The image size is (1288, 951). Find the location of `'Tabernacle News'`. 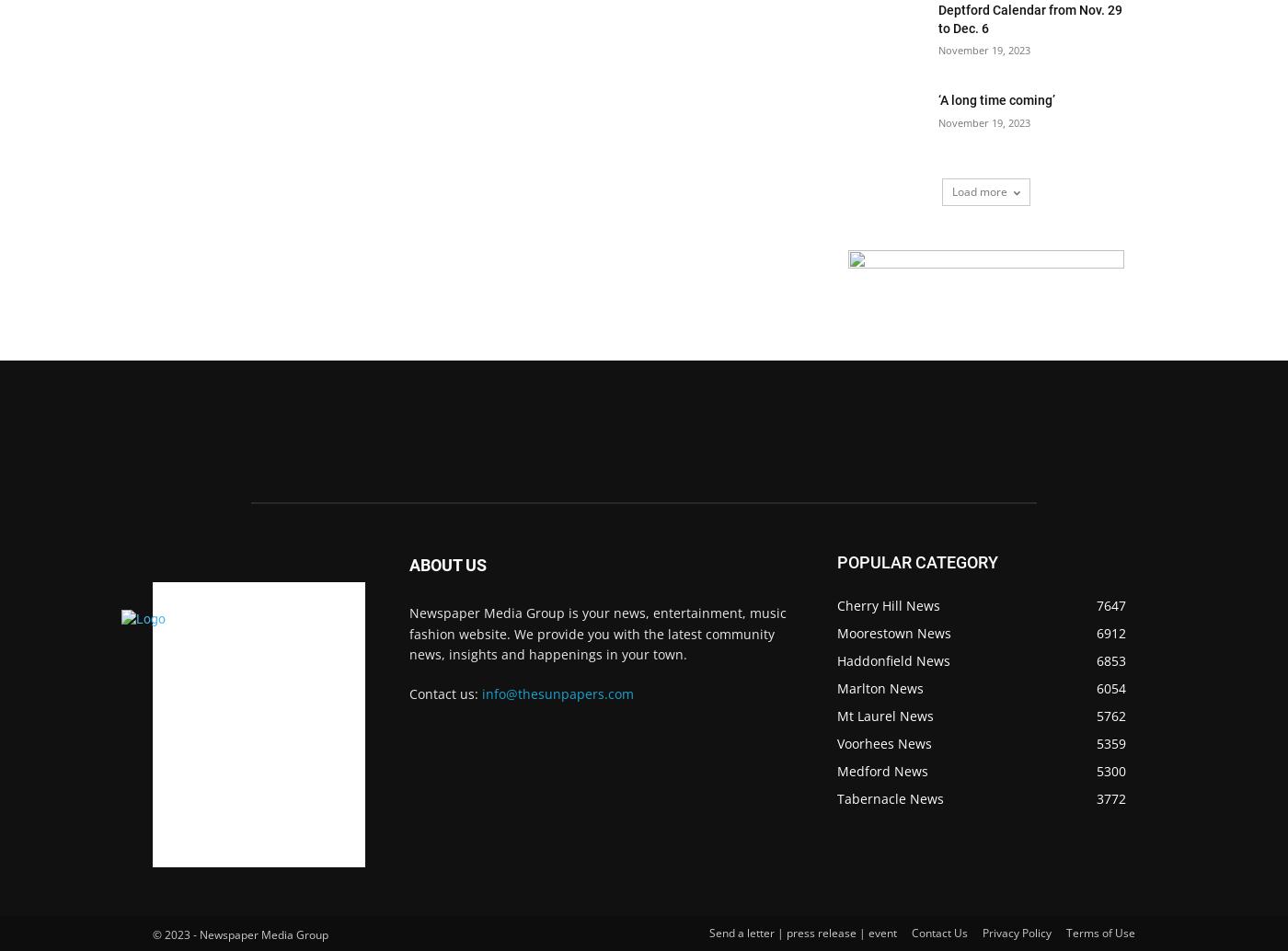

'Tabernacle News' is located at coordinates (890, 797).